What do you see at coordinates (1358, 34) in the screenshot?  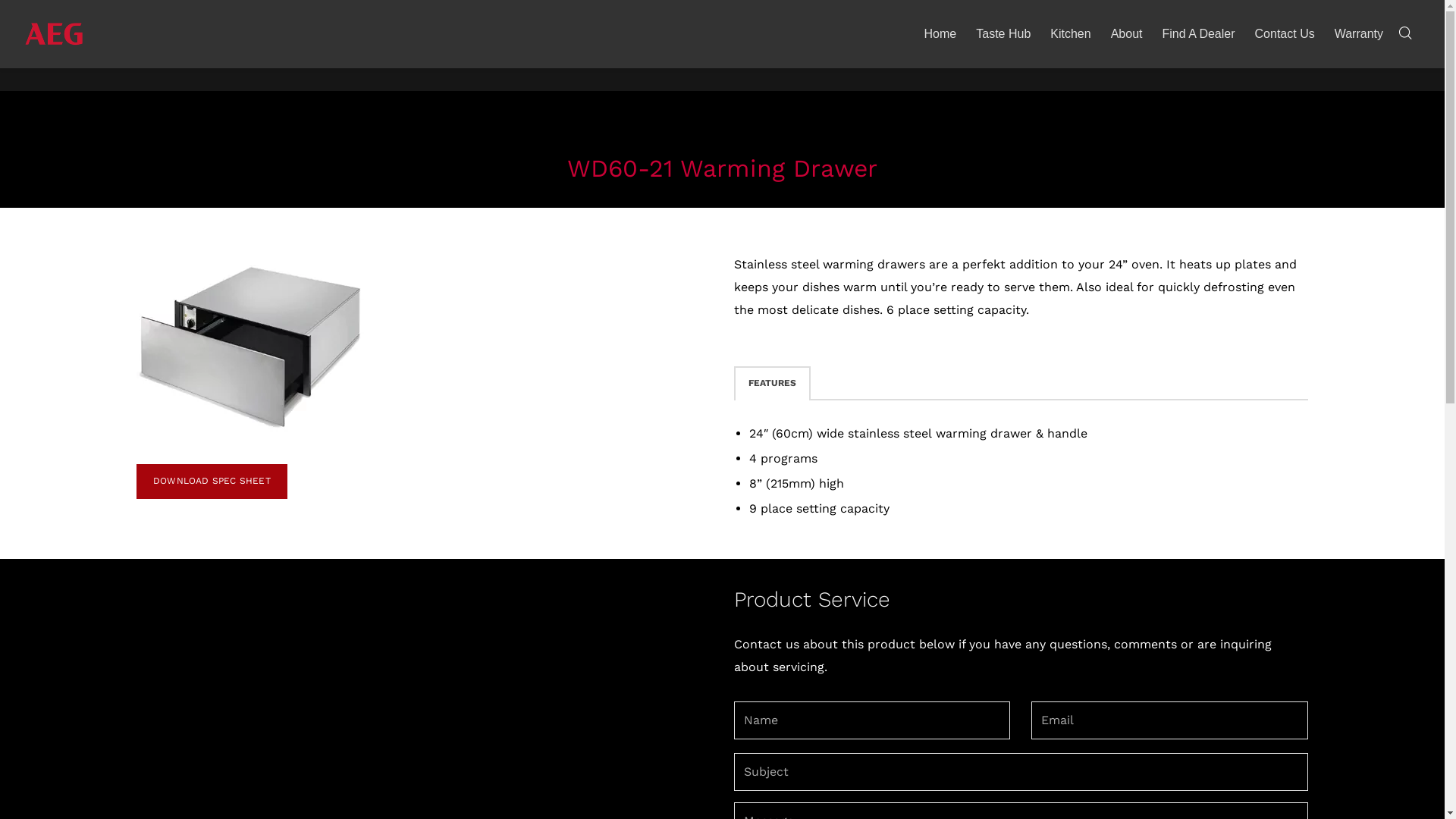 I see `'Warranty'` at bounding box center [1358, 34].